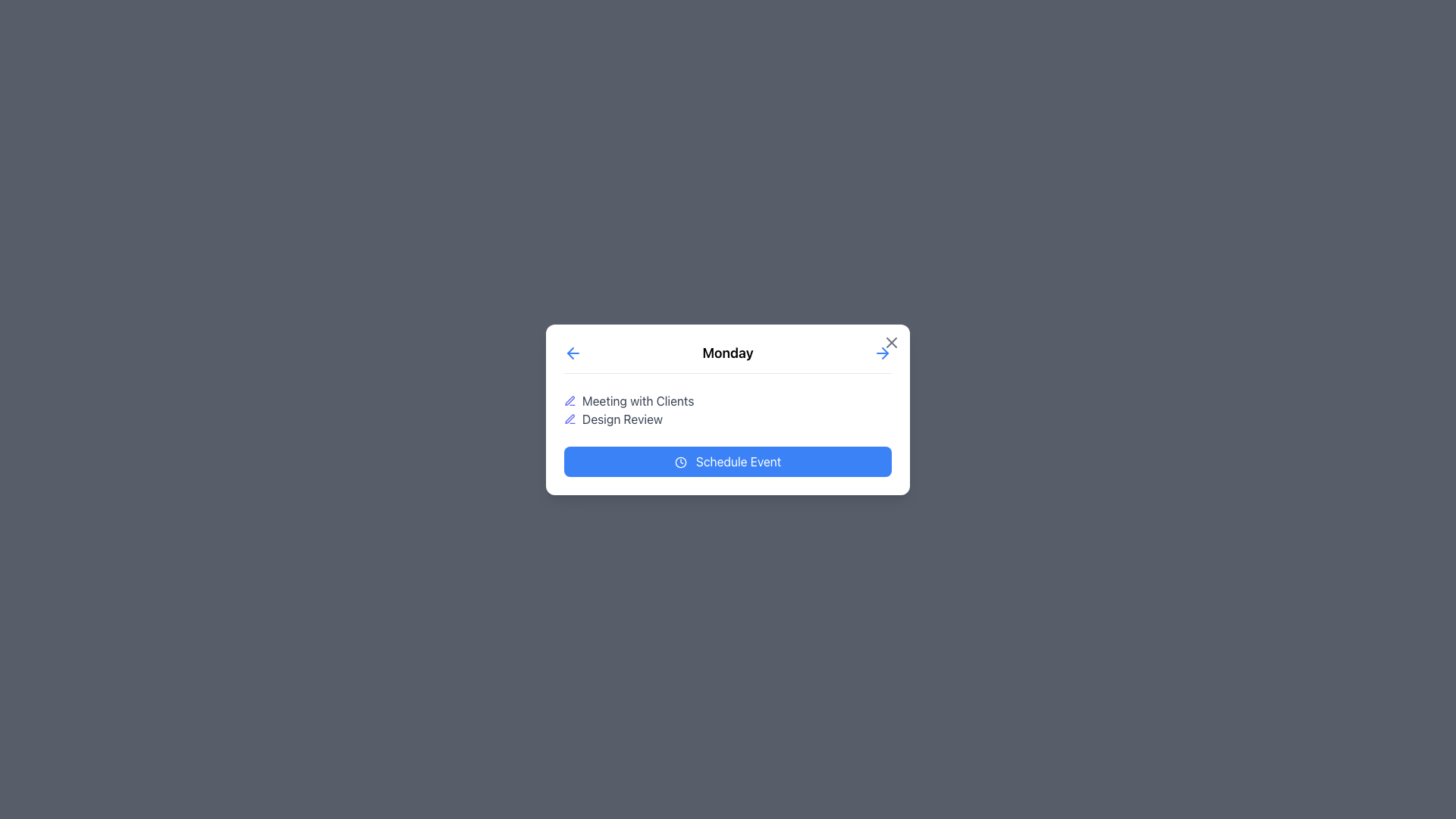 The image size is (1456, 819). Describe the element at coordinates (679, 462) in the screenshot. I see `the 'Schedule Event' button, which includes an icon on the left side, to initiate the scheduling action` at that location.